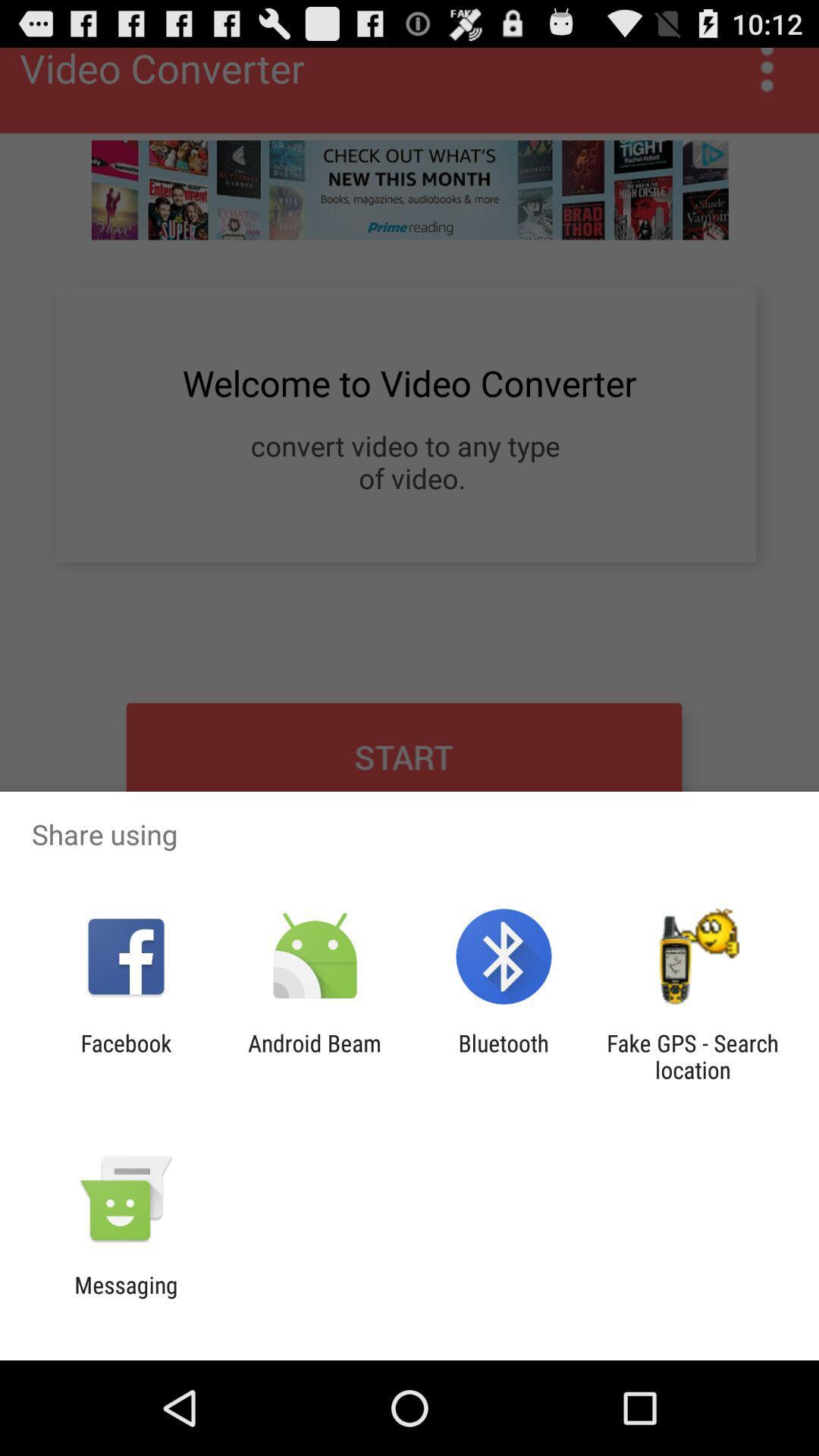 The image size is (819, 1456). I want to click on the messaging app, so click(125, 1298).